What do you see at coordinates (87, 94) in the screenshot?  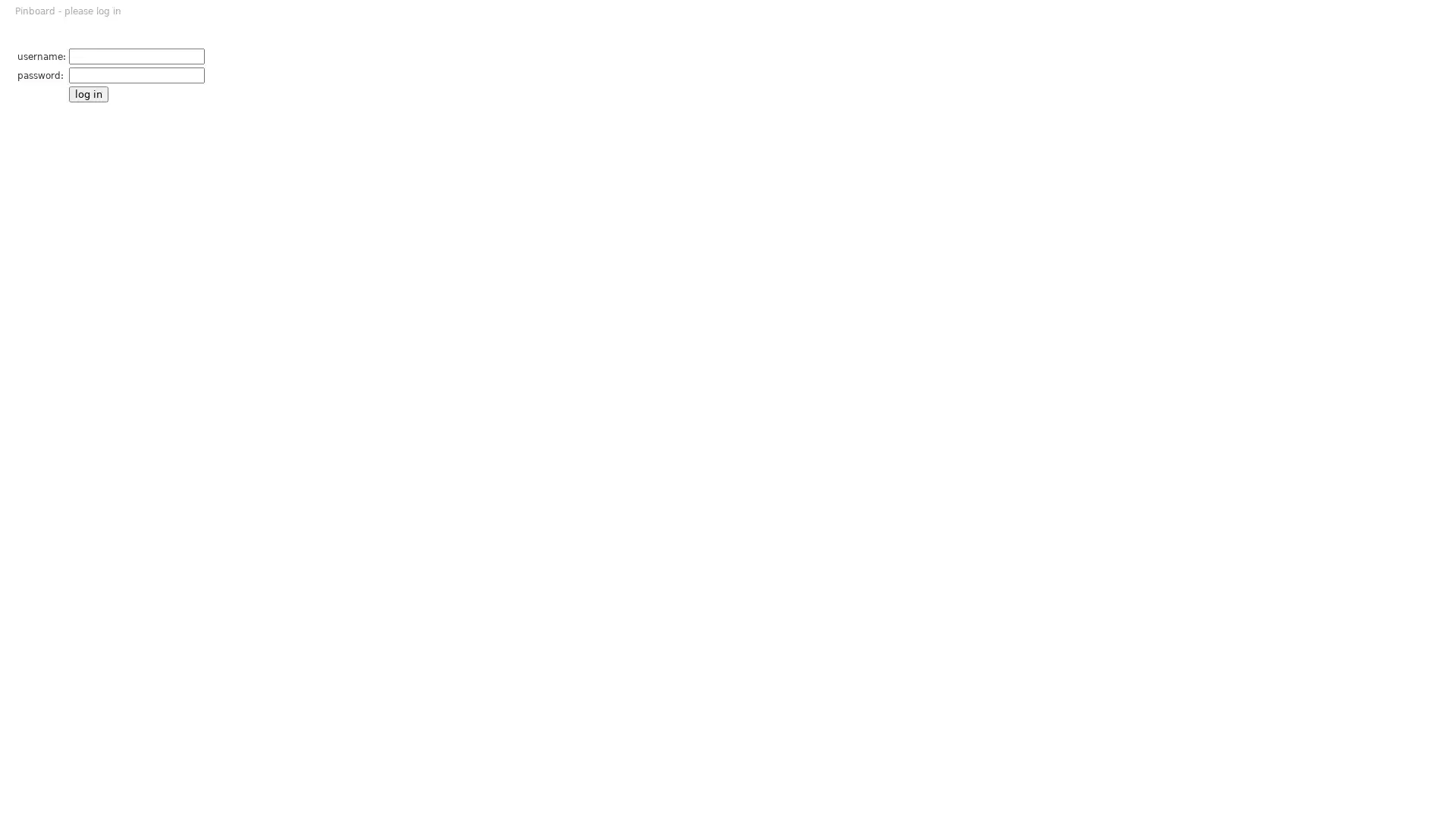 I see `log in` at bounding box center [87, 94].